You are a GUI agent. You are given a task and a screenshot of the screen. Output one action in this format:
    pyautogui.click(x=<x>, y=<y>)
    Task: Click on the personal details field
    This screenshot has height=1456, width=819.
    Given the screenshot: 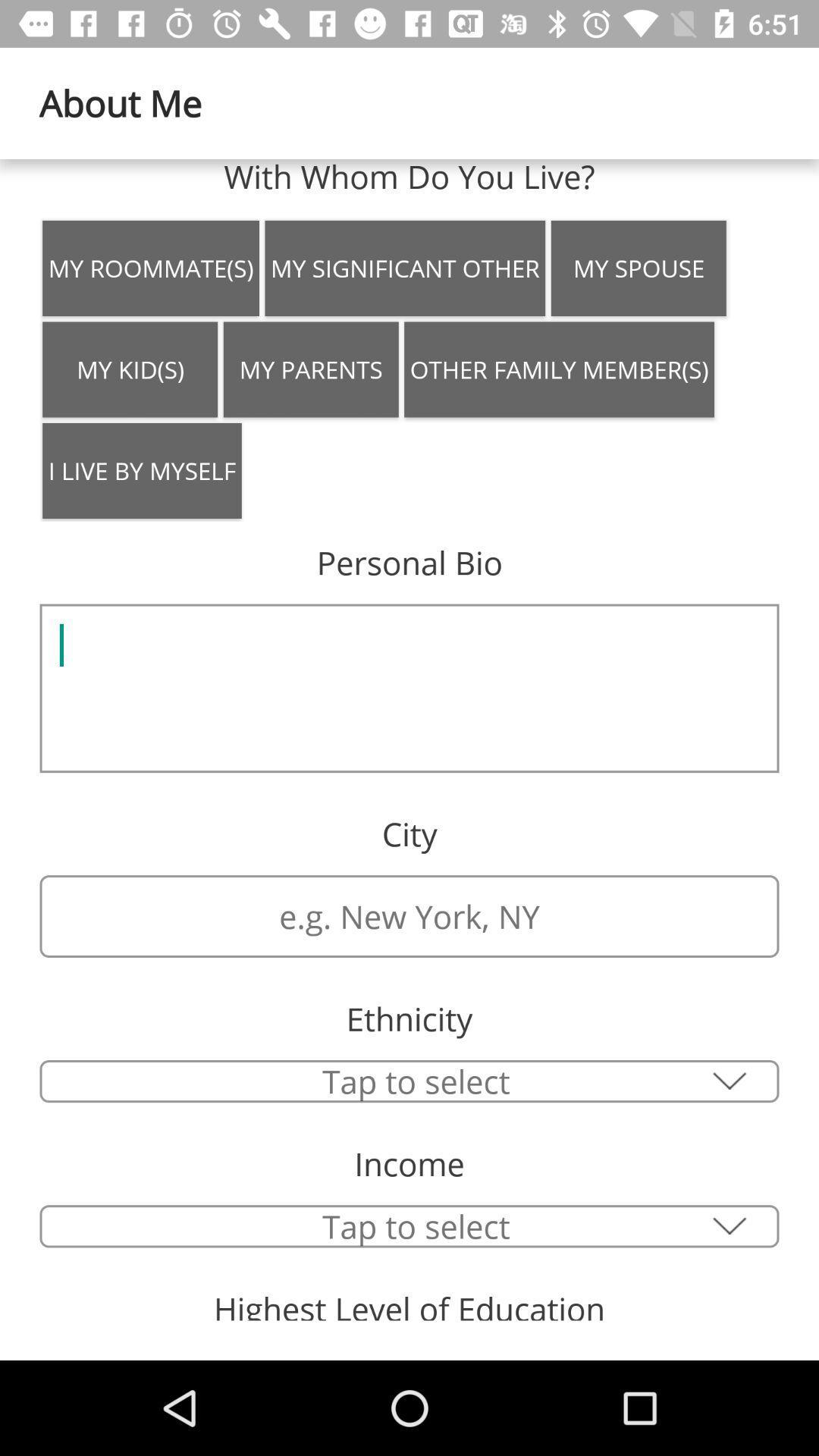 What is the action you would take?
    pyautogui.click(x=409, y=687)
    